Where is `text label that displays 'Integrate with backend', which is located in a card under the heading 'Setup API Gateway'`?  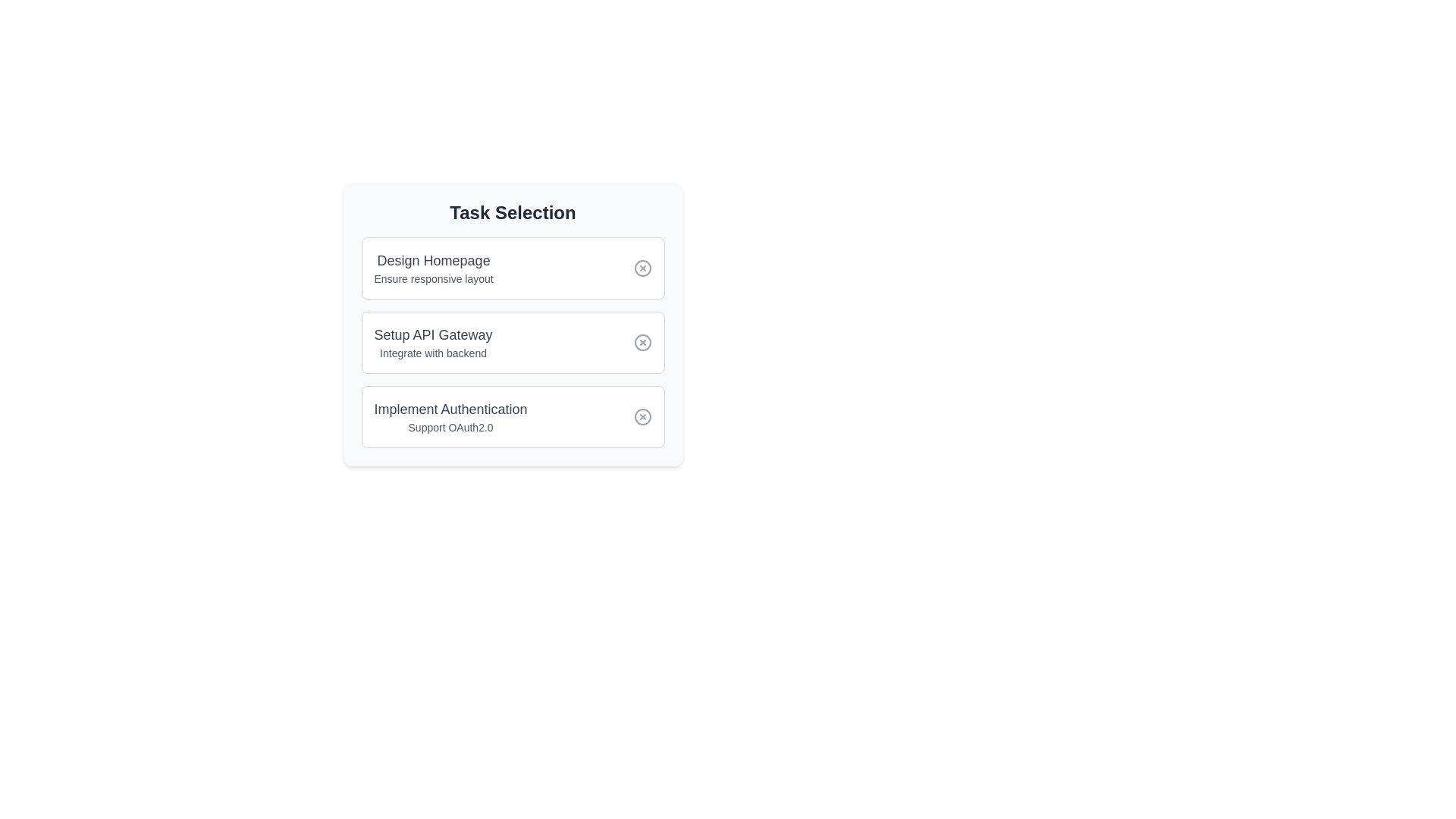
text label that displays 'Integrate with backend', which is located in a card under the heading 'Setup API Gateway' is located at coordinates (432, 353).